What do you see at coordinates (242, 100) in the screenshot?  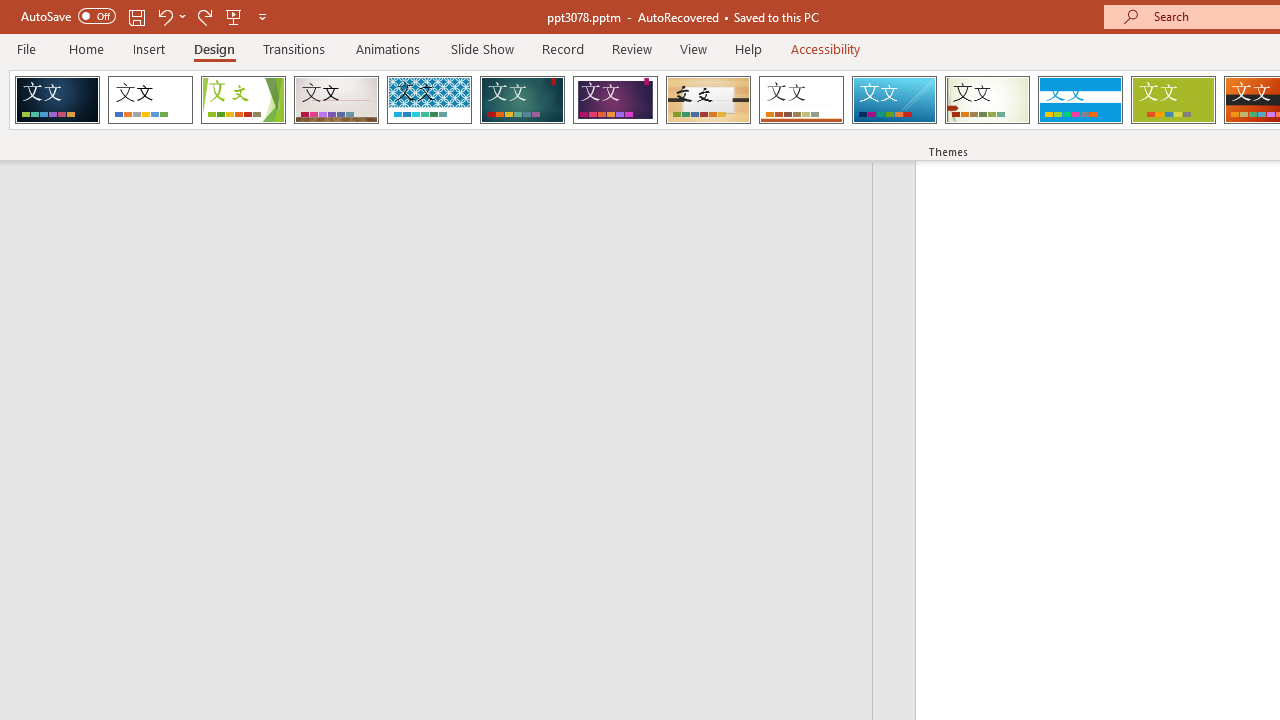 I see `'Facet'` at bounding box center [242, 100].